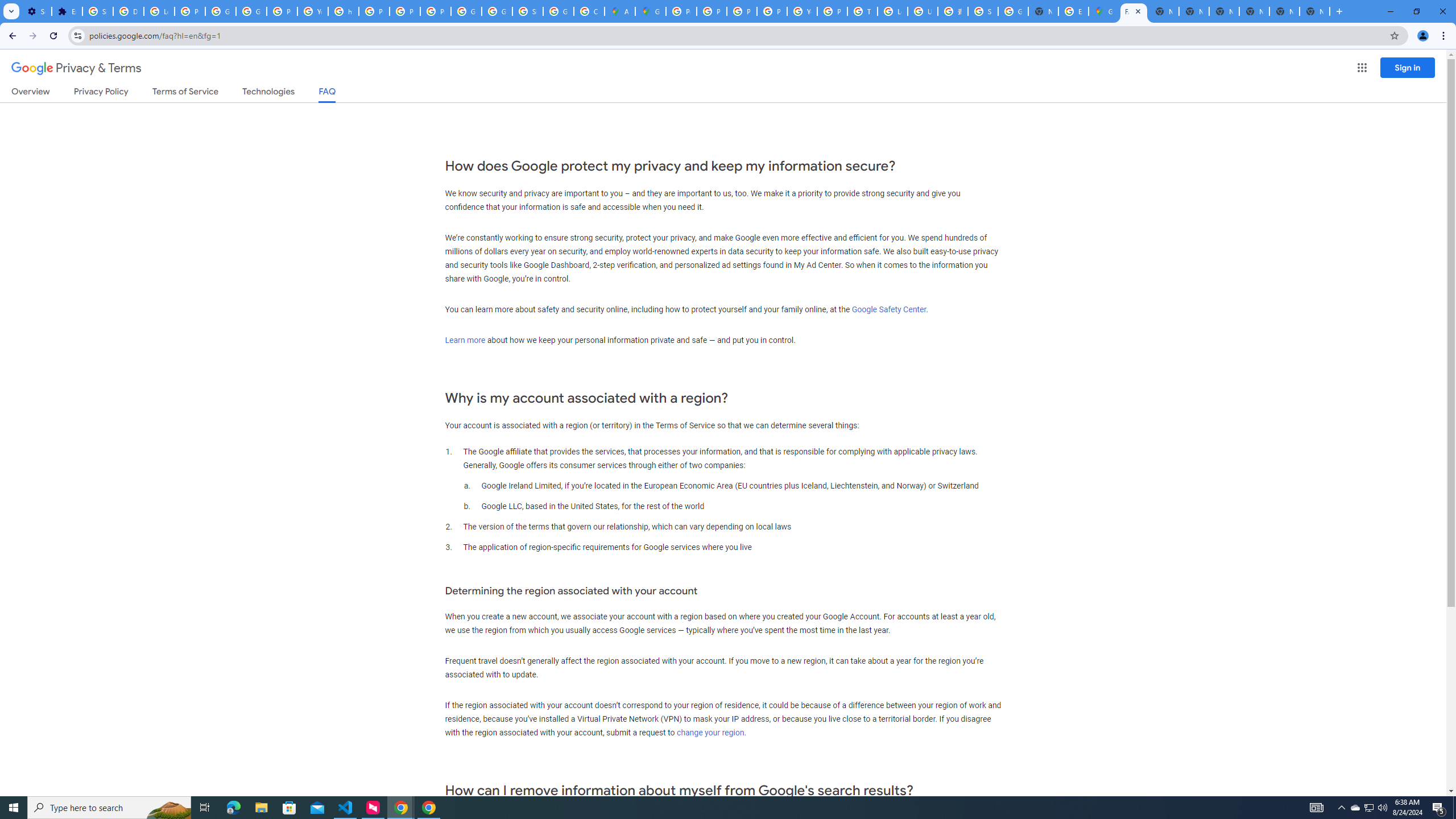 This screenshot has height=819, width=1456. Describe the element at coordinates (221, 11) in the screenshot. I see `'Google Account Help'` at that location.